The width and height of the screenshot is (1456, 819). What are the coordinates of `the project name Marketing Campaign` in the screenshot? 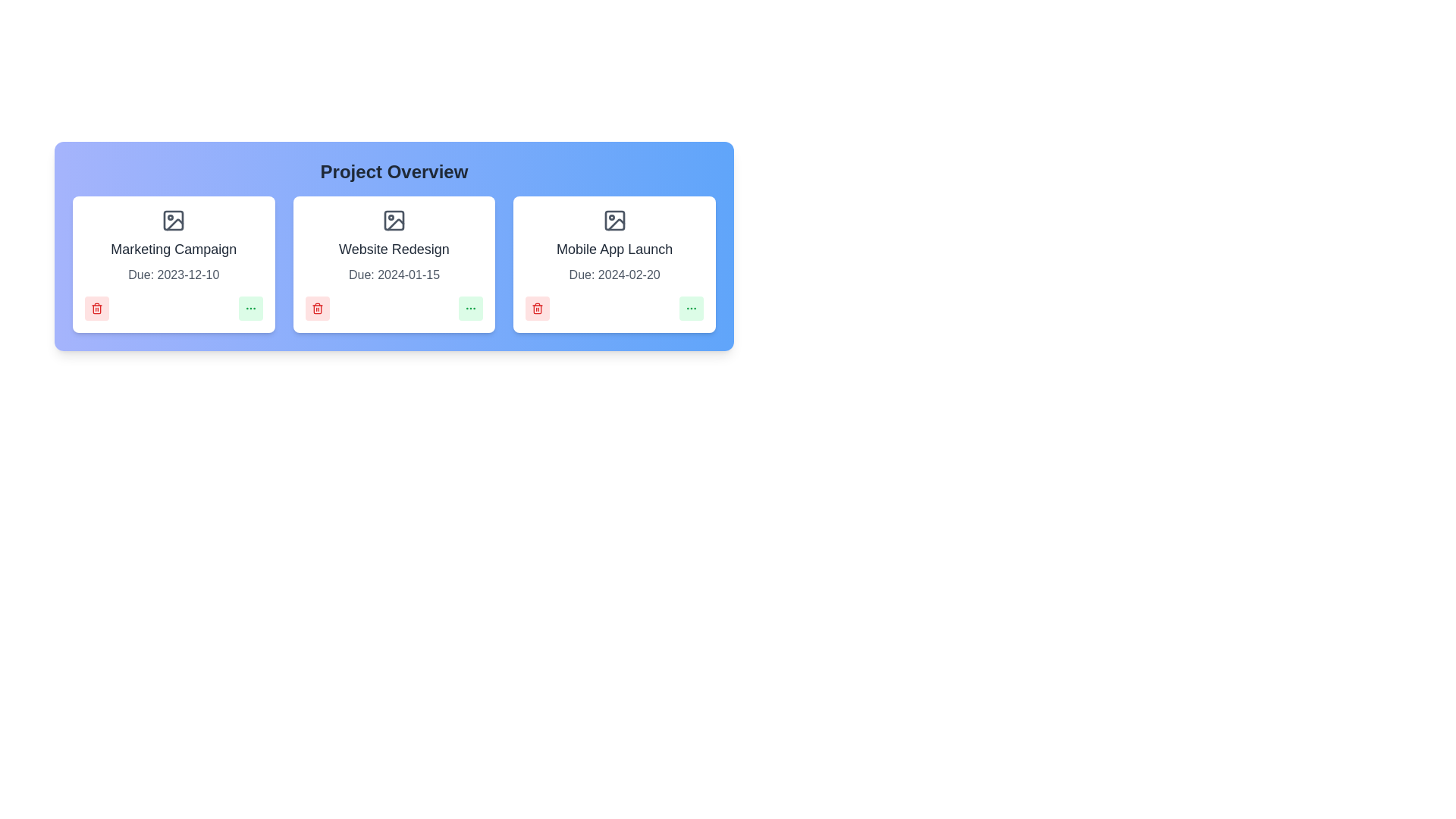 It's located at (174, 248).